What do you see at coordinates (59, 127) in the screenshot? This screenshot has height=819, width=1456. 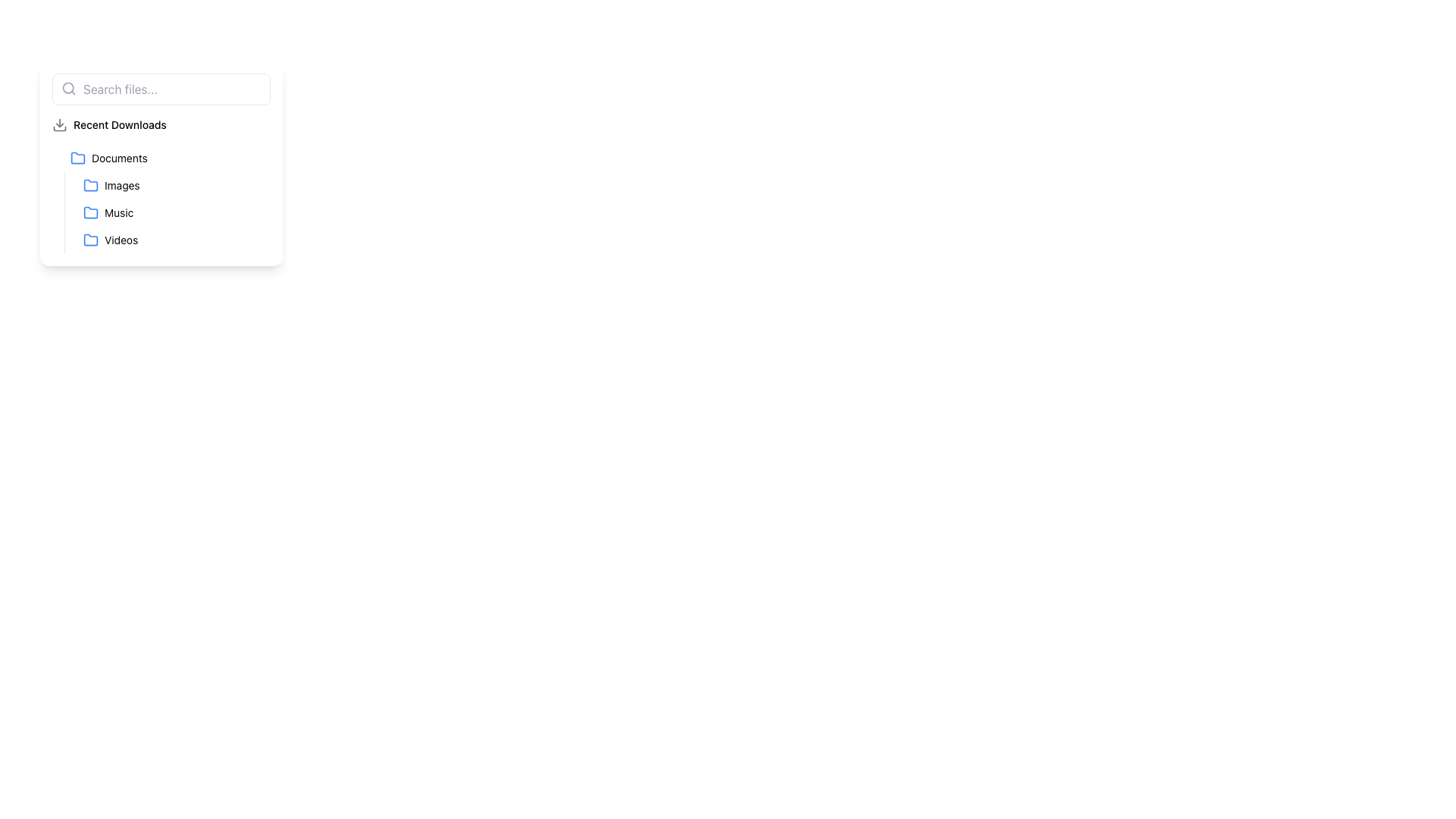 I see `bottom rectangular section of the download icon located next to the 'Recent Downloads' label in the left sidebar for analysis` at bounding box center [59, 127].